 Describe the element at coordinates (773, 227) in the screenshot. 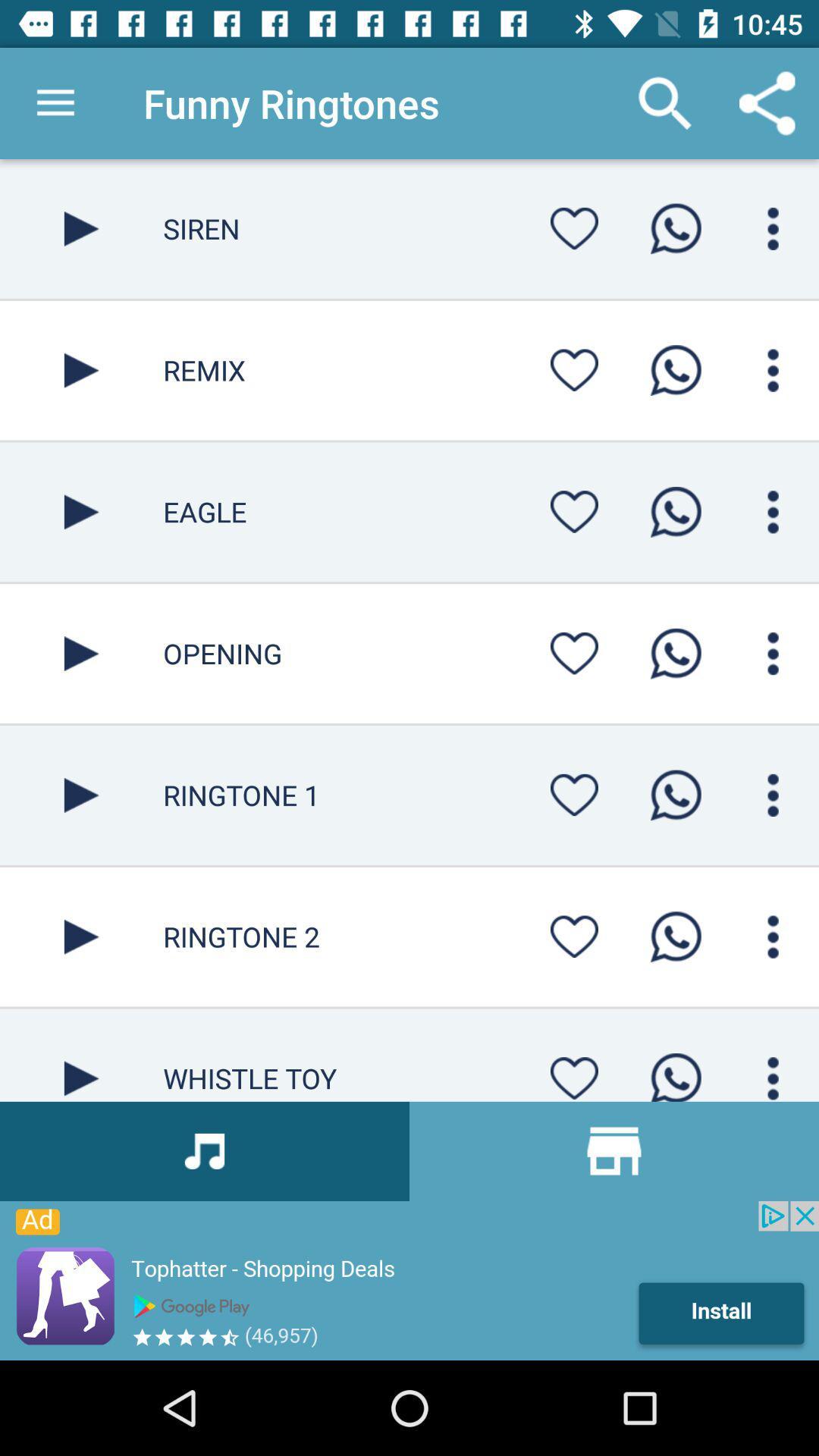

I see `mune button` at that location.